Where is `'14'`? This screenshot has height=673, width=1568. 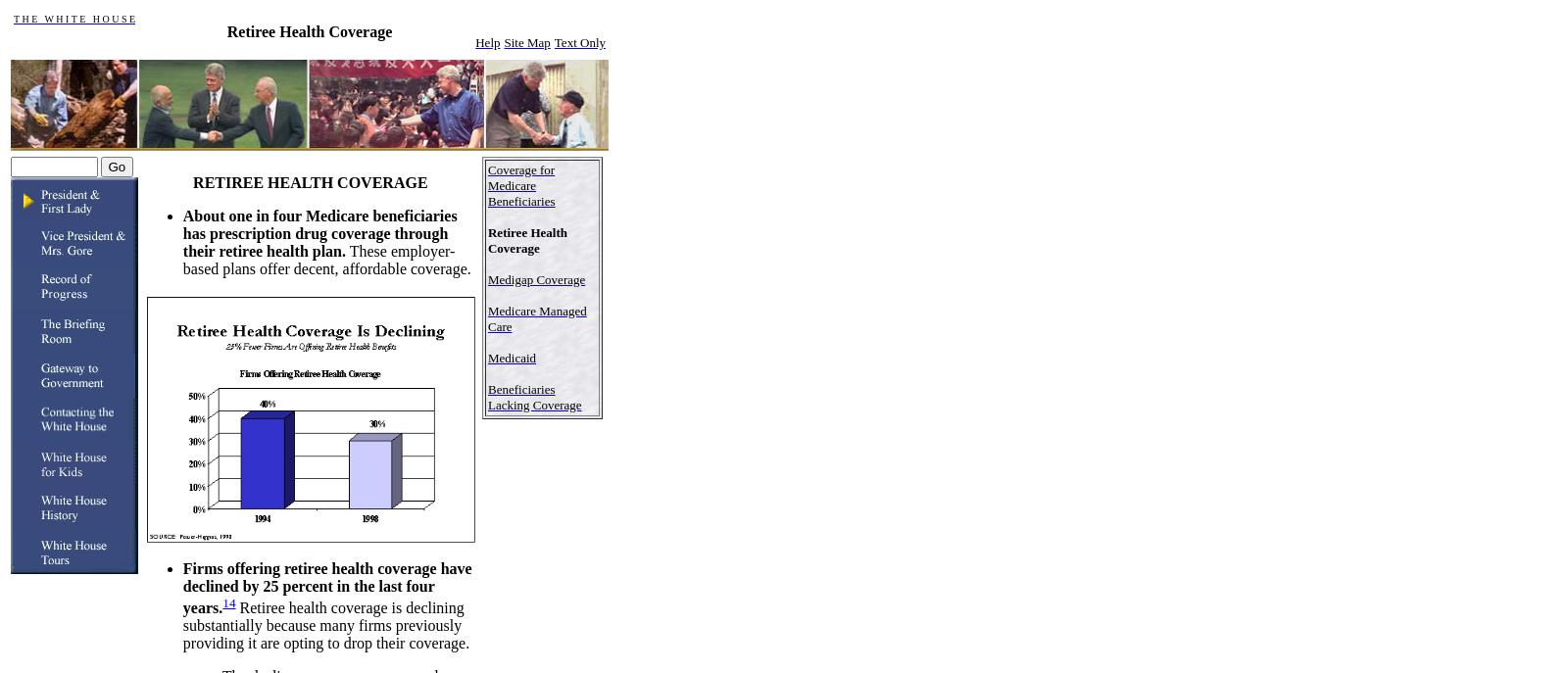
'14' is located at coordinates (228, 601).